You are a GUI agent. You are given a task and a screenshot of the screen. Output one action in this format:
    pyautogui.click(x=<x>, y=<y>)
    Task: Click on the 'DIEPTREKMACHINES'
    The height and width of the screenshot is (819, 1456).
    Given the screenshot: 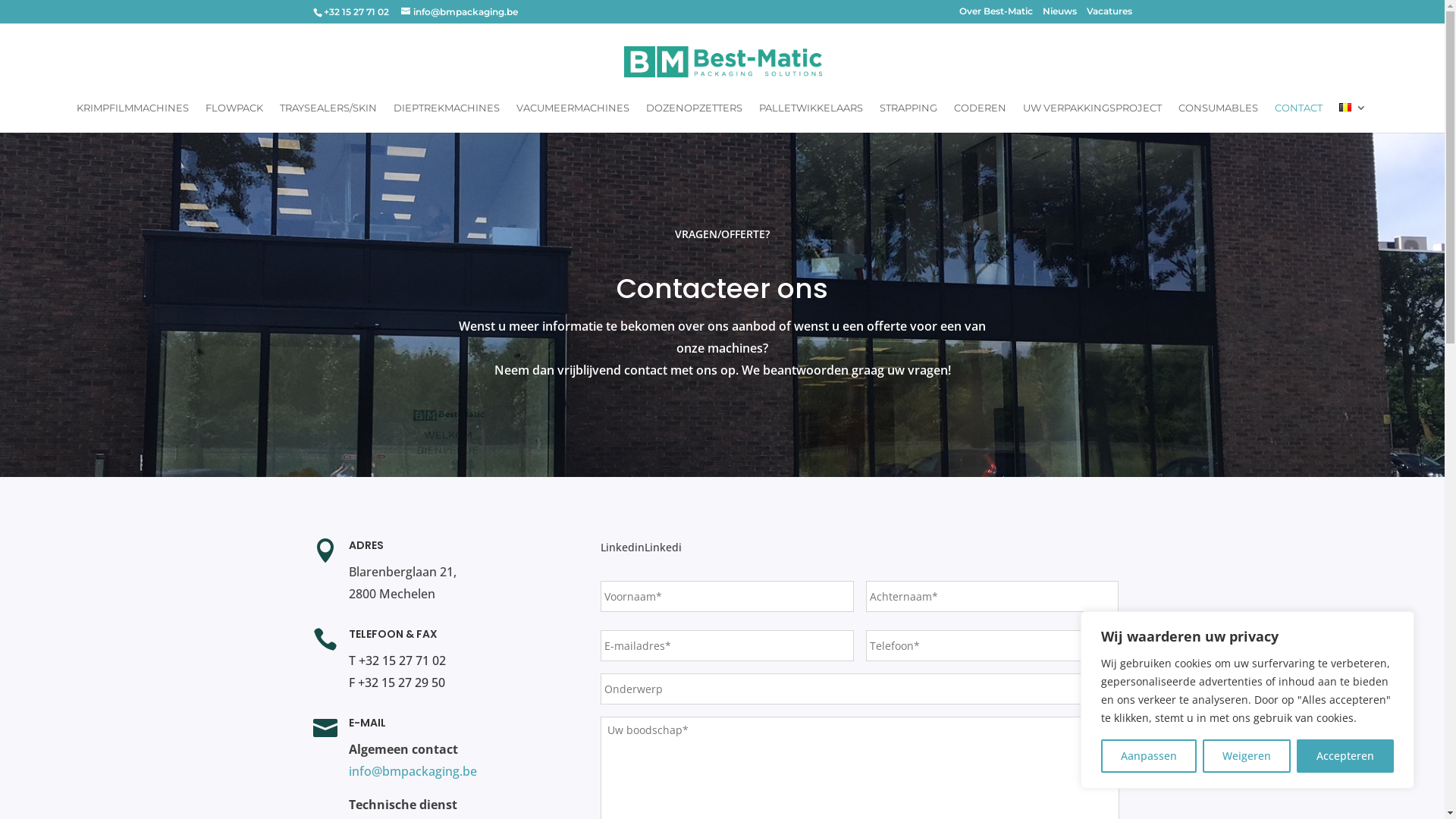 What is the action you would take?
    pyautogui.click(x=446, y=116)
    